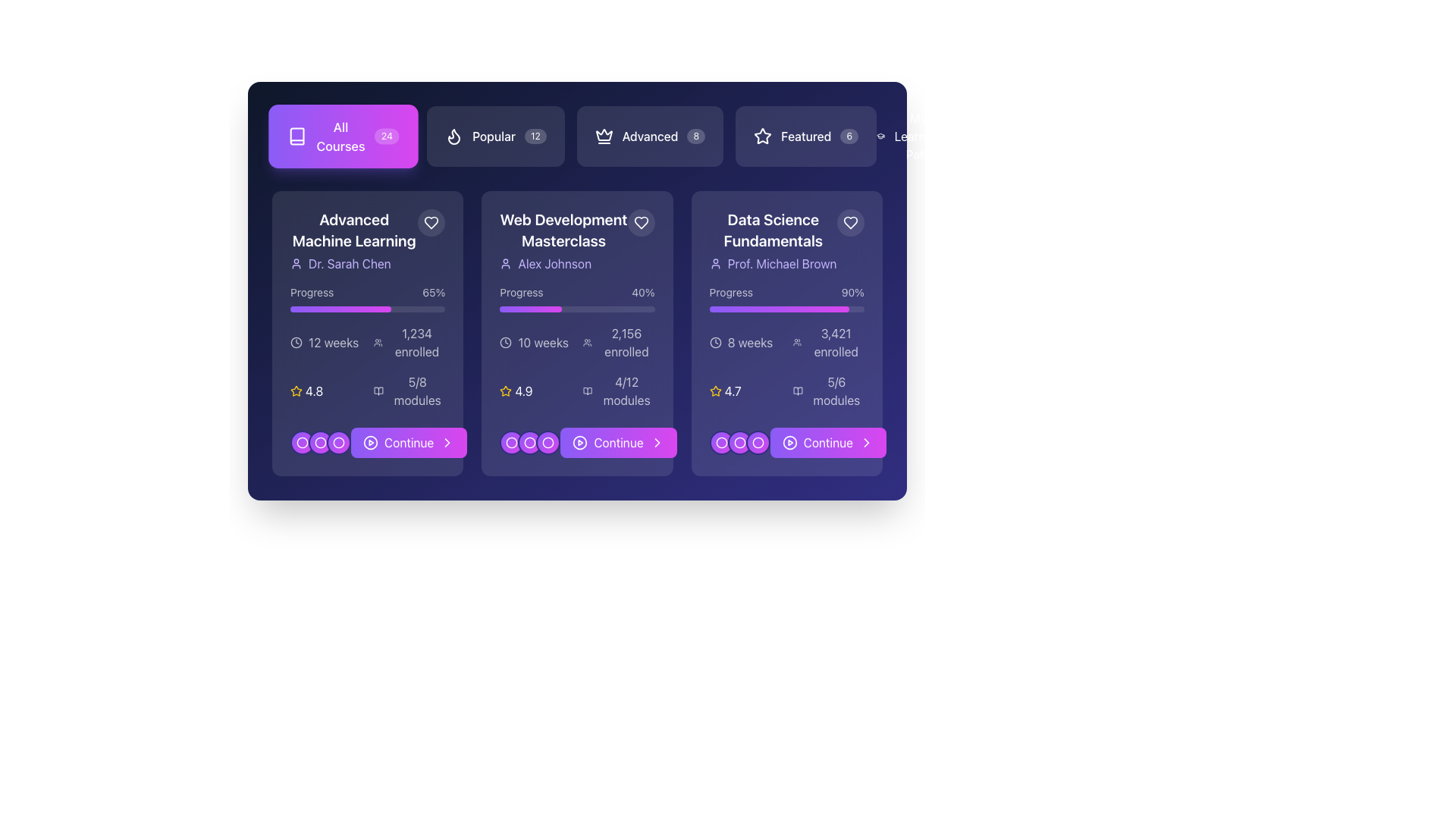 This screenshot has height=819, width=1456. I want to click on the label displaying '5/6 modules' with an open book icon, located at the bottom-right section of the 'Data Science Fundamentals' course card, so click(827, 391).